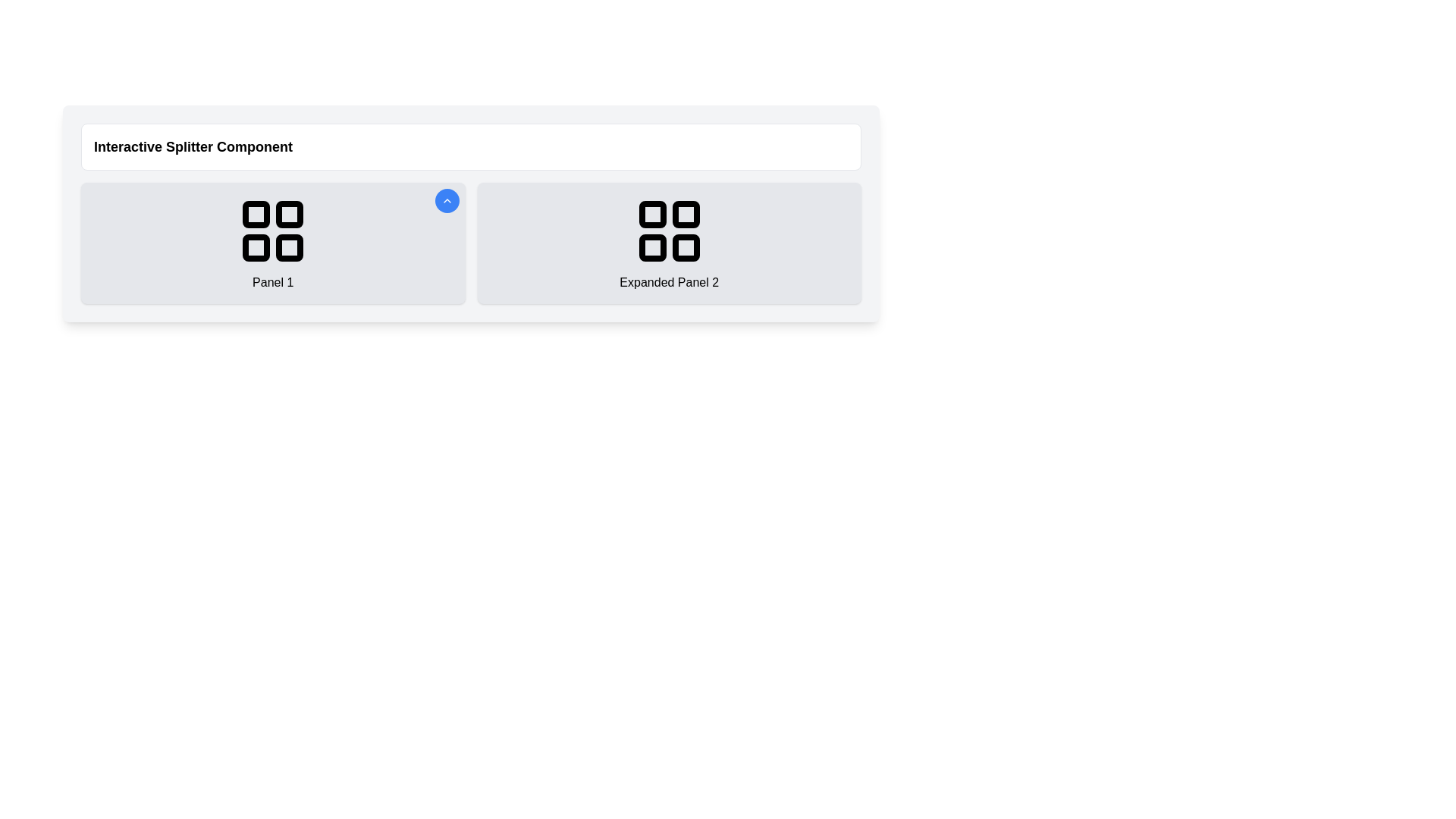 This screenshot has width=1456, height=819. Describe the element at coordinates (668, 242) in the screenshot. I see `the Informational Panel labeled 'Expanded Panel 2', which features a centered four-square grid icon and is located in the right half of the grid layout` at that location.